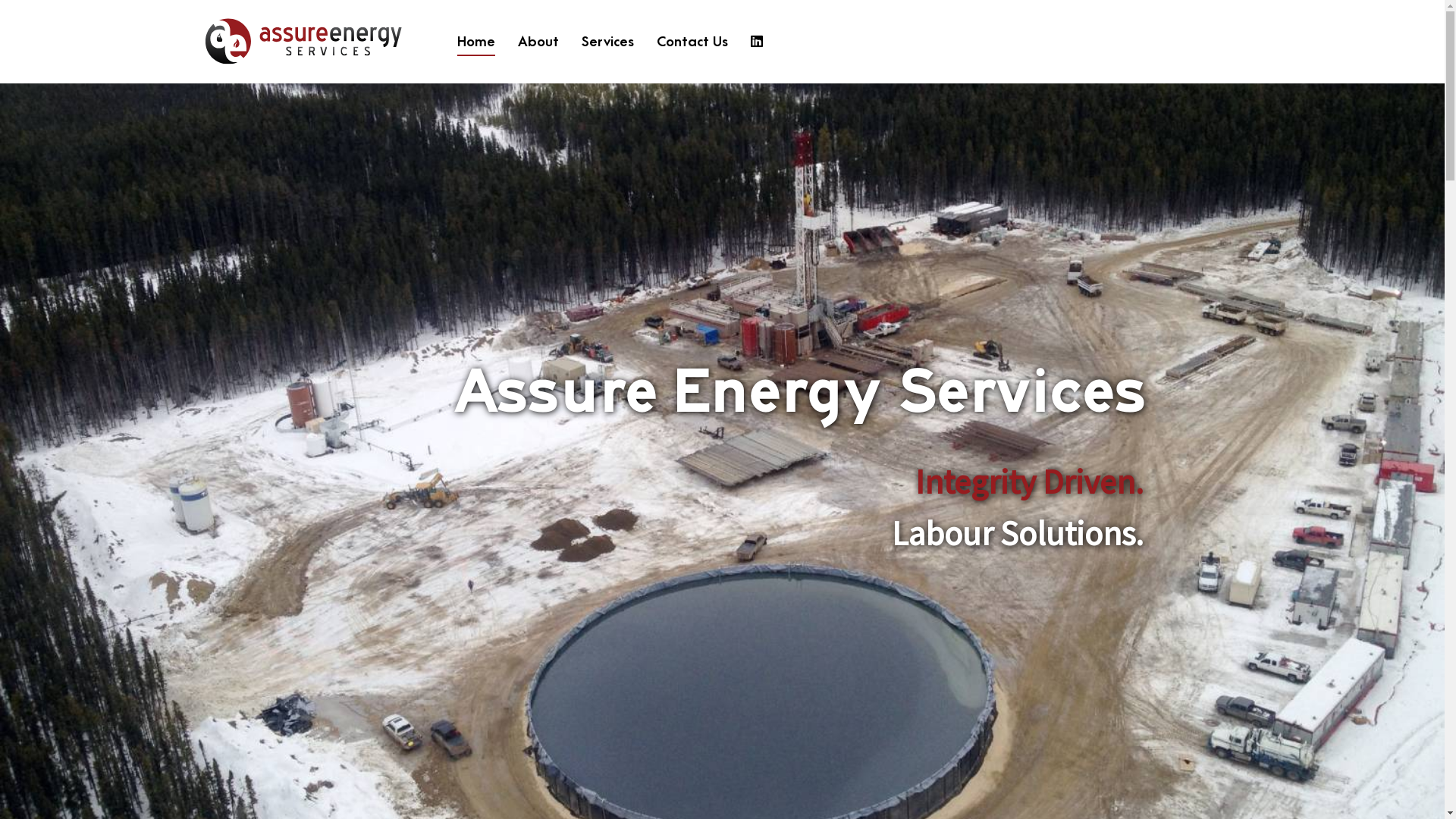 This screenshot has height=819, width=1456. I want to click on 'About', so click(517, 41).